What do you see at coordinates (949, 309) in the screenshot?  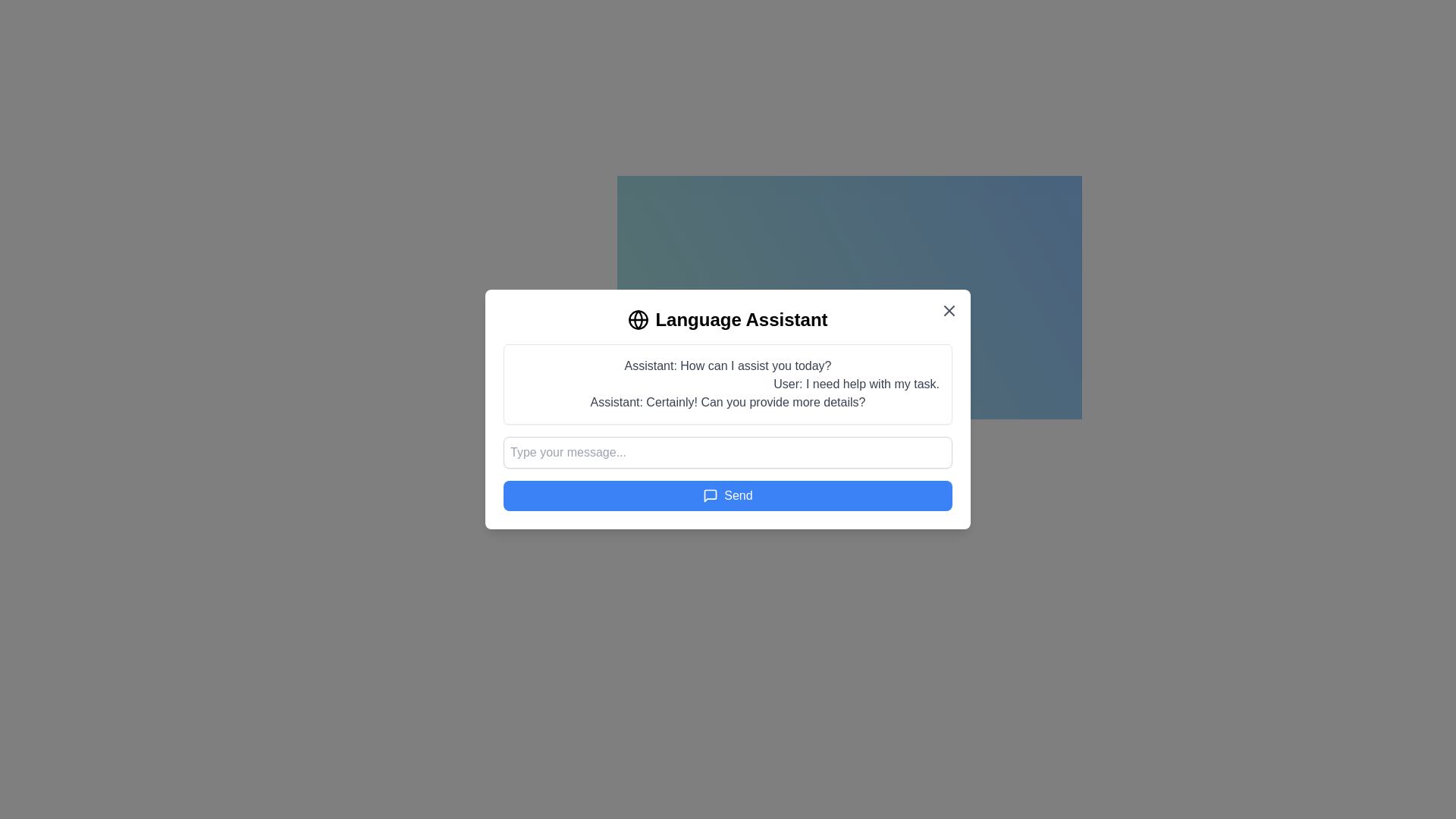 I see `the Close button icon located at the top-right corner of the modal window, above the title 'Language Assistant'` at bounding box center [949, 309].